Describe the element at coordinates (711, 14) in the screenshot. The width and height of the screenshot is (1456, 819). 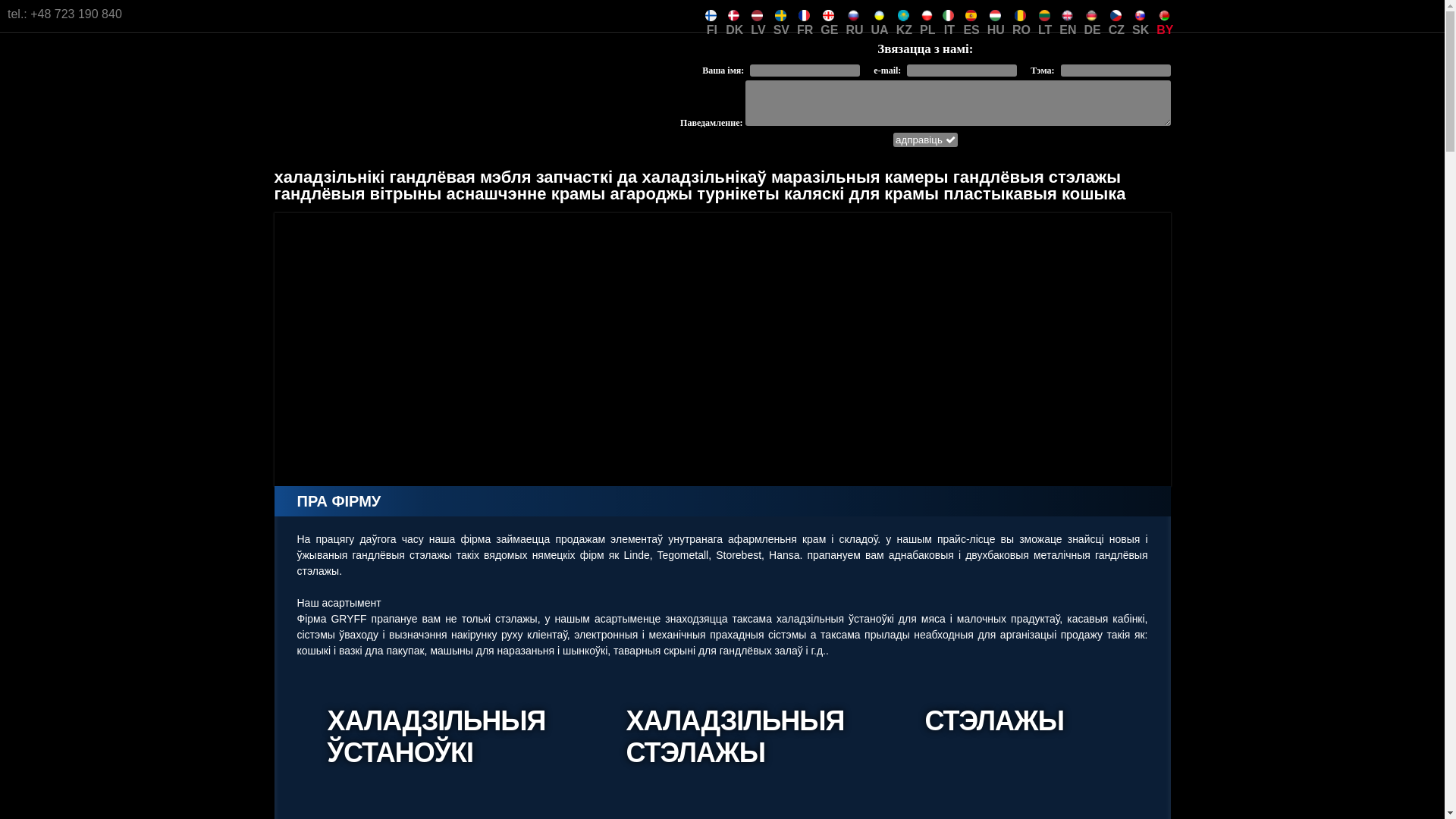
I see `'FI'` at that location.